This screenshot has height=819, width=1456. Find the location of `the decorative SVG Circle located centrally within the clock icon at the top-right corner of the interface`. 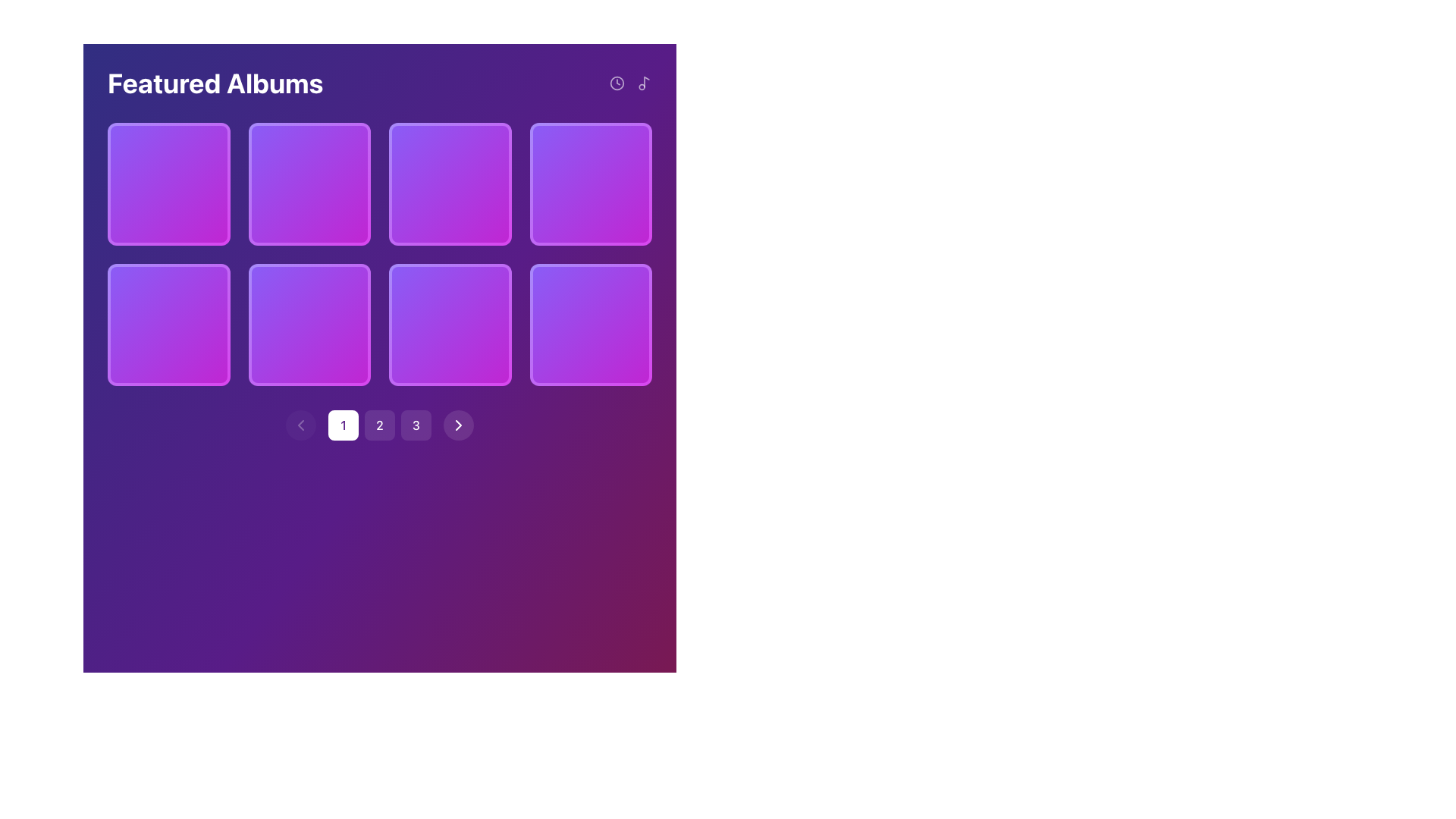

the decorative SVG Circle located centrally within the clock icon at the top-right corner of the interface is located at coordinates (617, 83).